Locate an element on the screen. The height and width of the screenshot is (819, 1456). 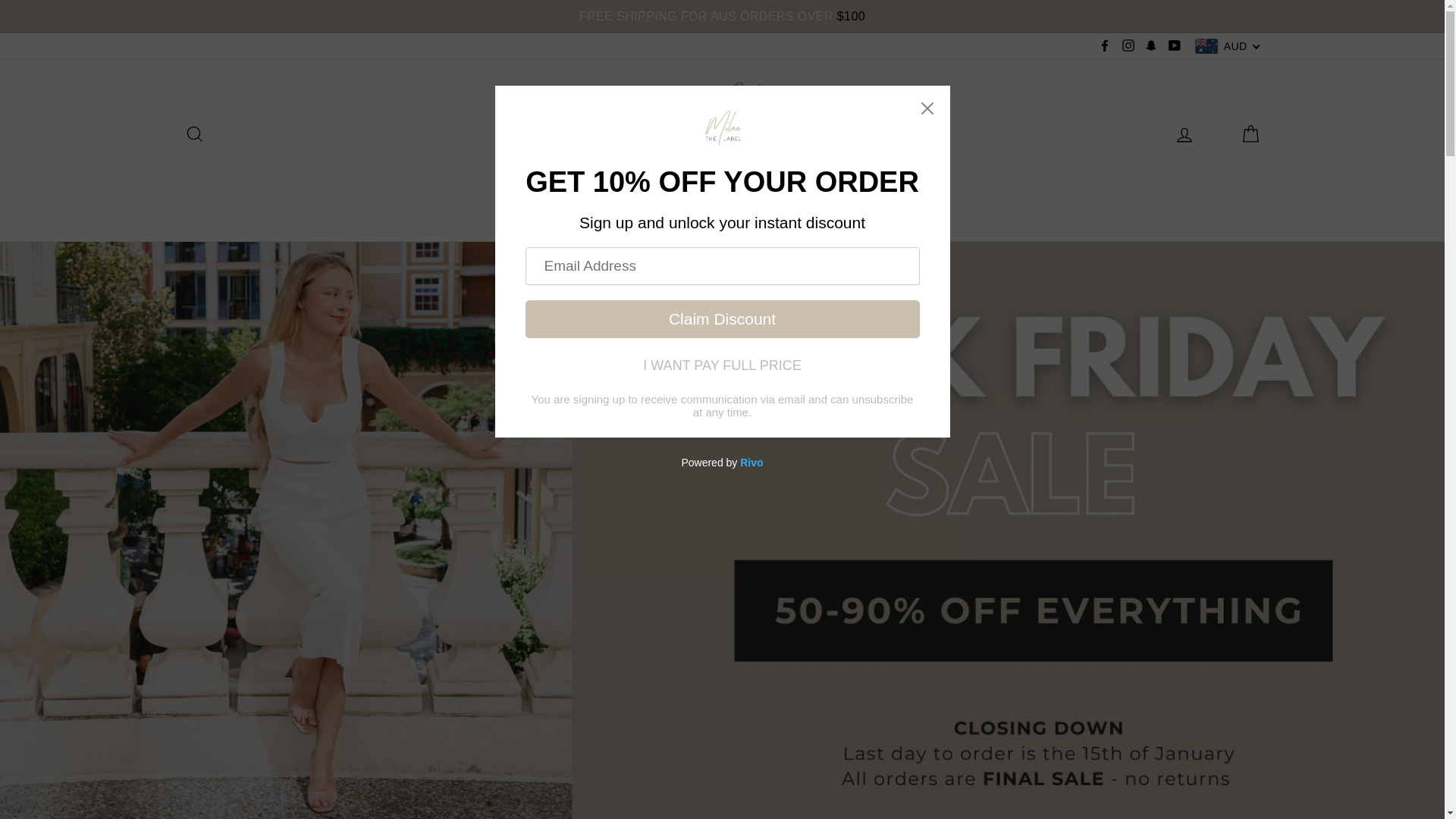
'Search' is located at coordinates (193, 132).